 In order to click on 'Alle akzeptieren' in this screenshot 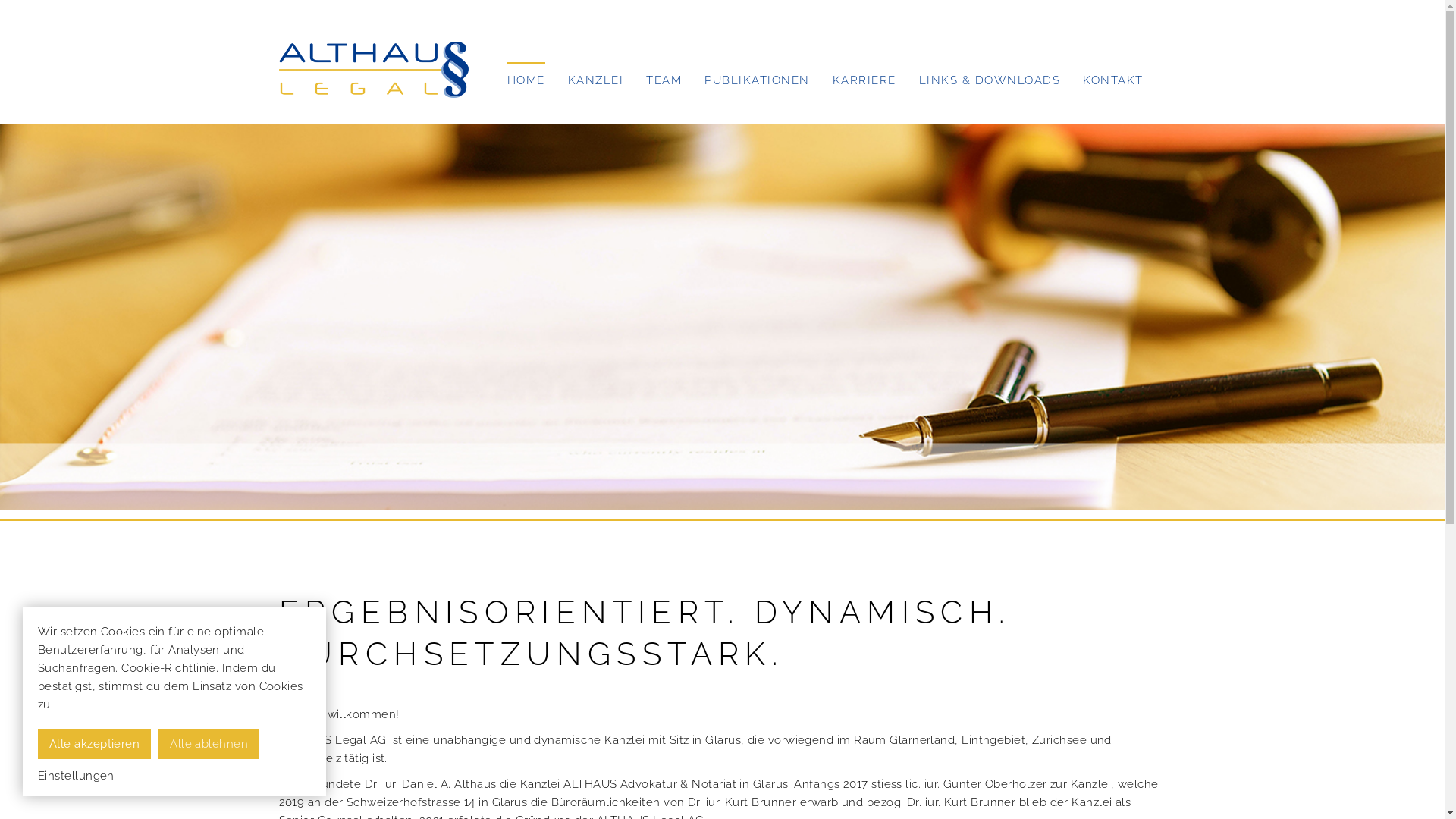, I will do `click(93, 742)`.